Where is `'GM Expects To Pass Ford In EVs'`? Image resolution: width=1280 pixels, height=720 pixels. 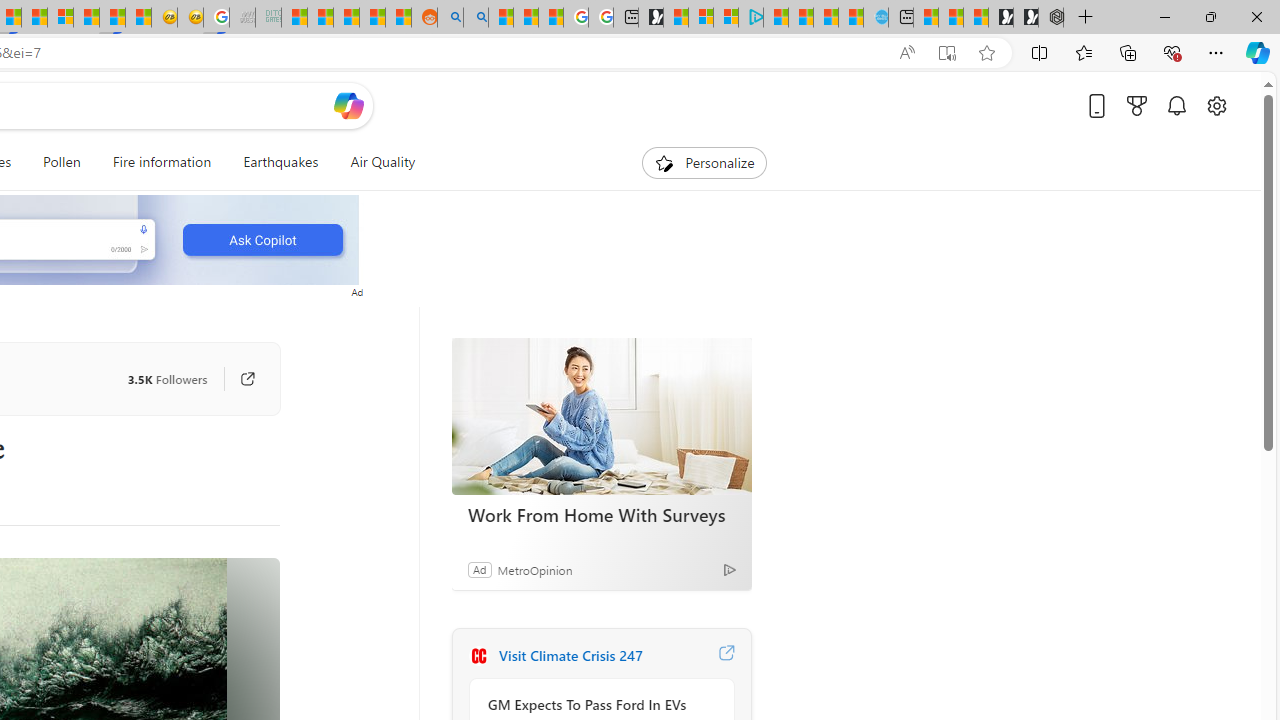
'GM Expects To Pass Ford In EVs' is located at coordinates (595, 703).